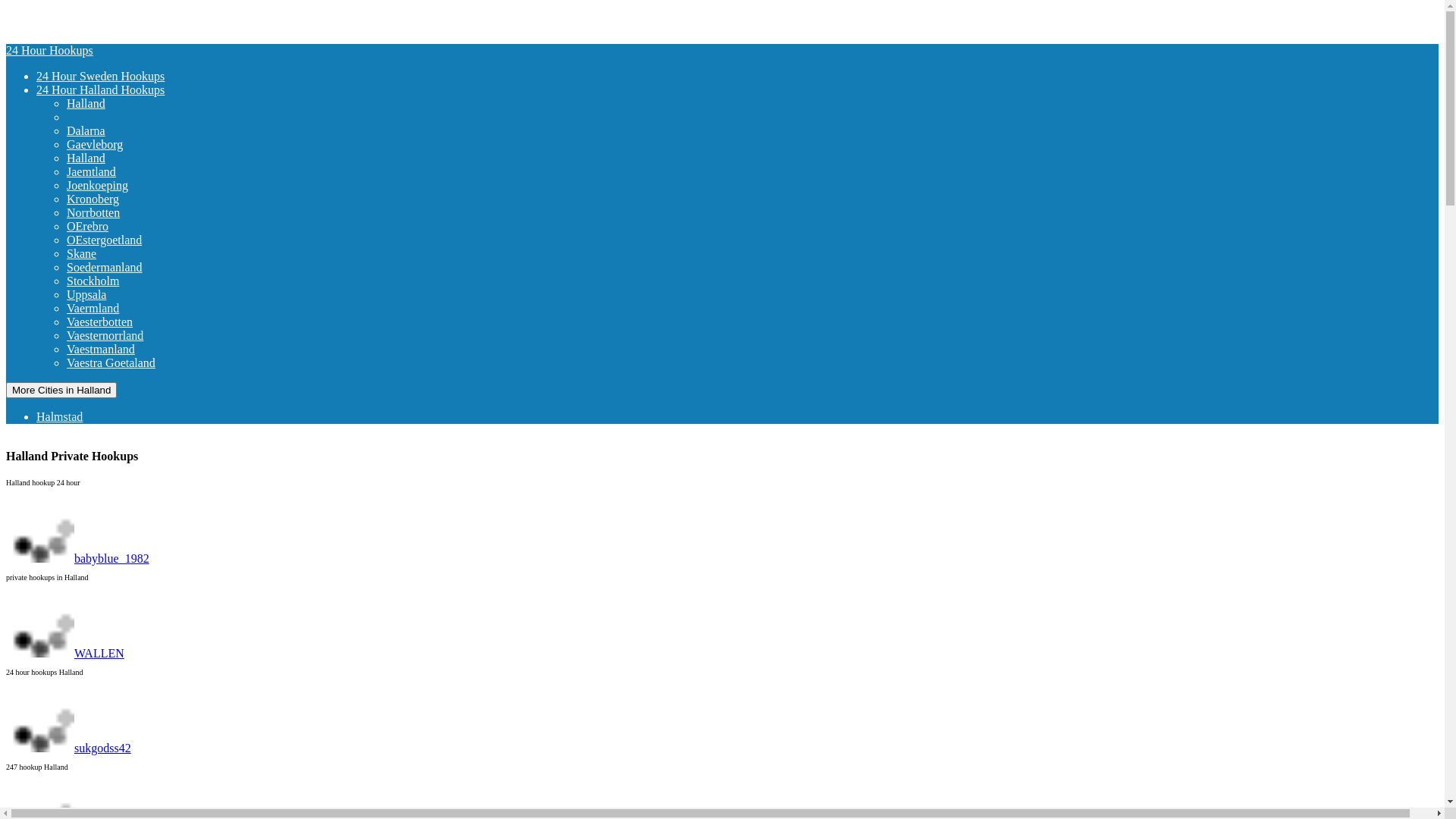 This screenshot has height=819, width=1456. What do you see at coordinates (118, 281) in the screenshot?
I see `'Stockholm'` at bounding box center [118, 281].